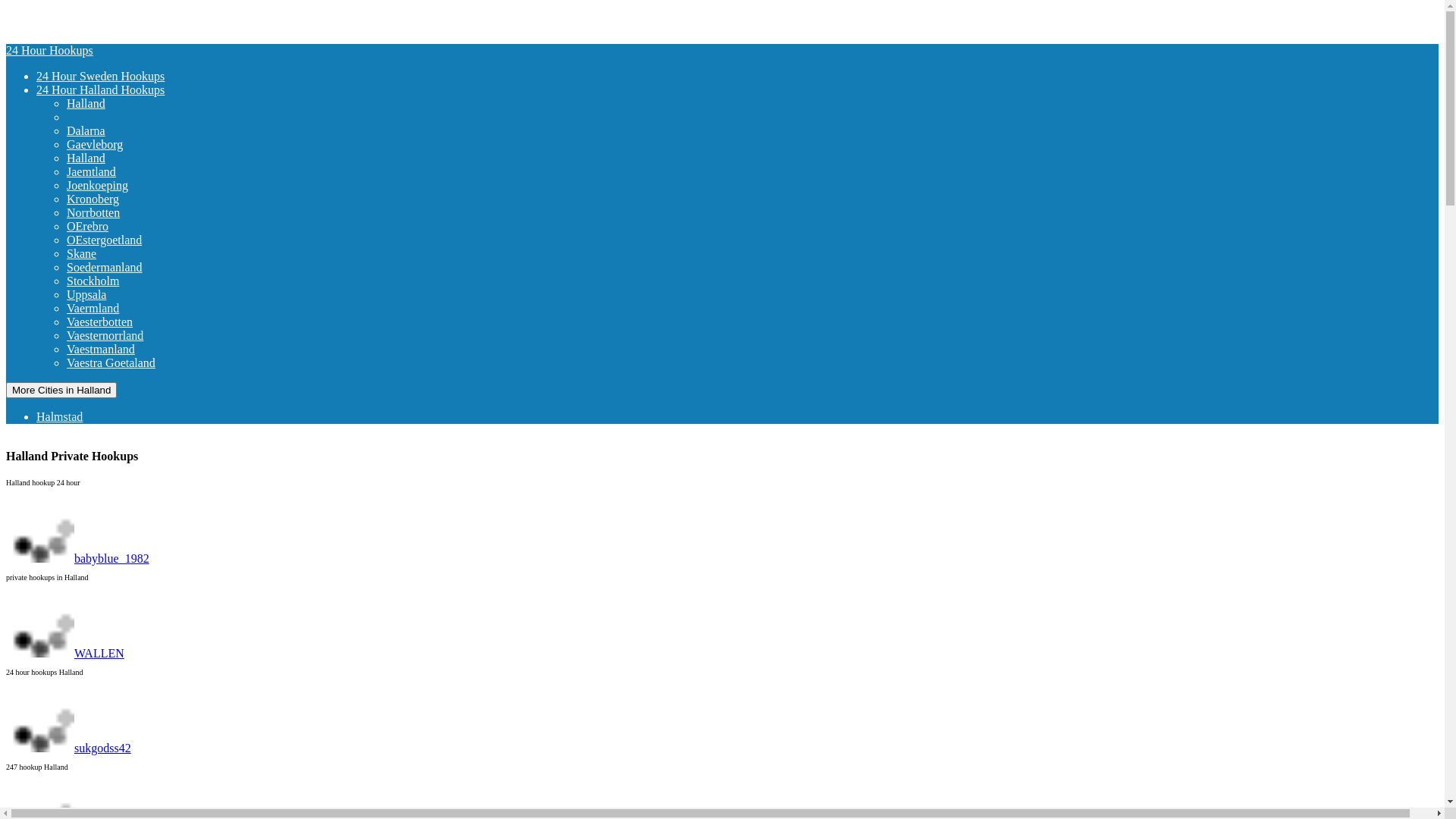 This screenshot has height=819, width=1456. What do you see at coordinates (118, 281) in the screenshot?
I see `'Stockholm'` at bounding box center [118, 281].